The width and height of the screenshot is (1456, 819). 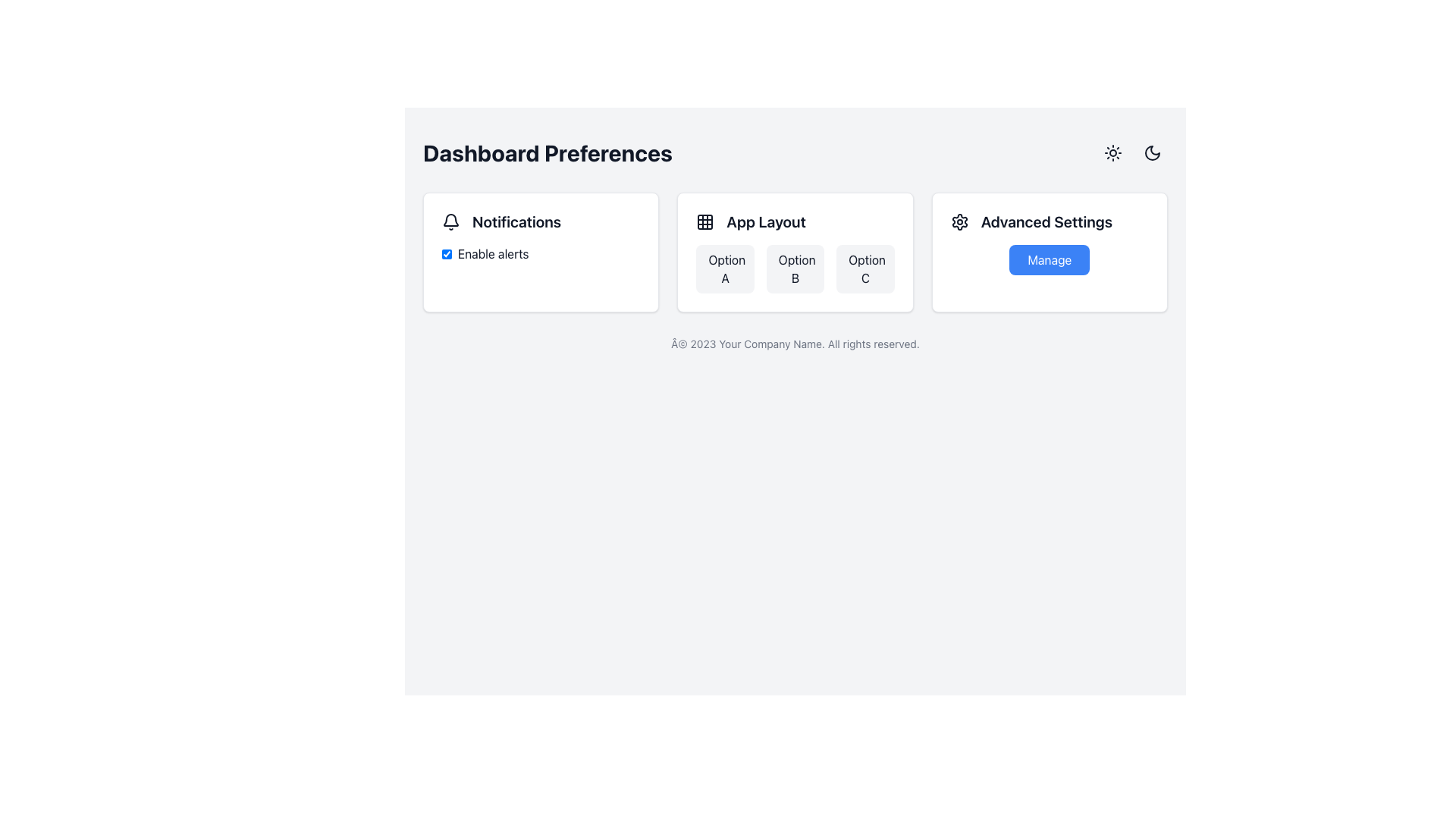 I want to click on the theme toggle button located in the top-right corner of the interface, so click(x=1153, y=152).